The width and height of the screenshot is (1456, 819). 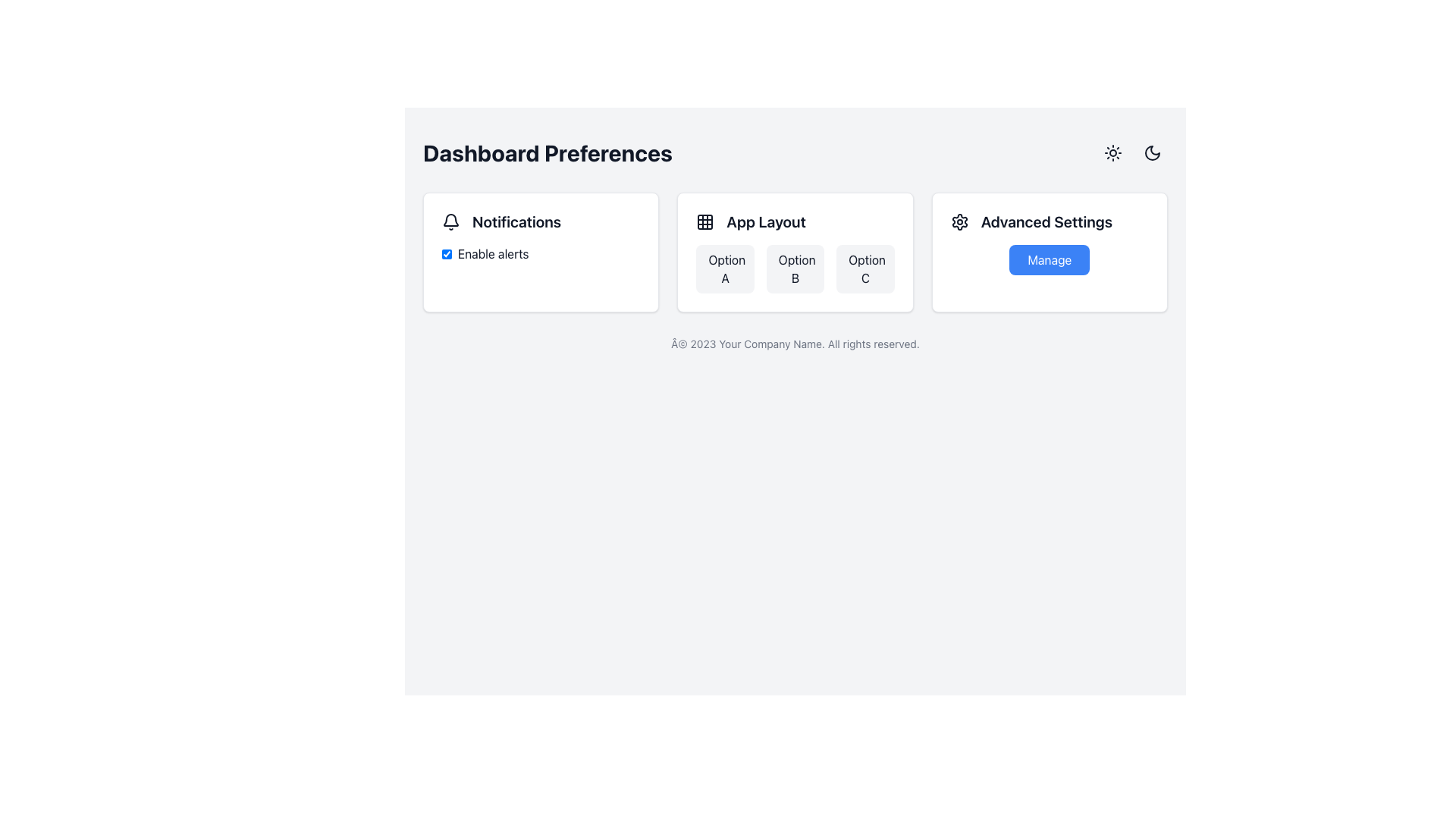 I want to click on the theme toggle button located in the top-right corner of the interface, so click(x=1153, y=152).